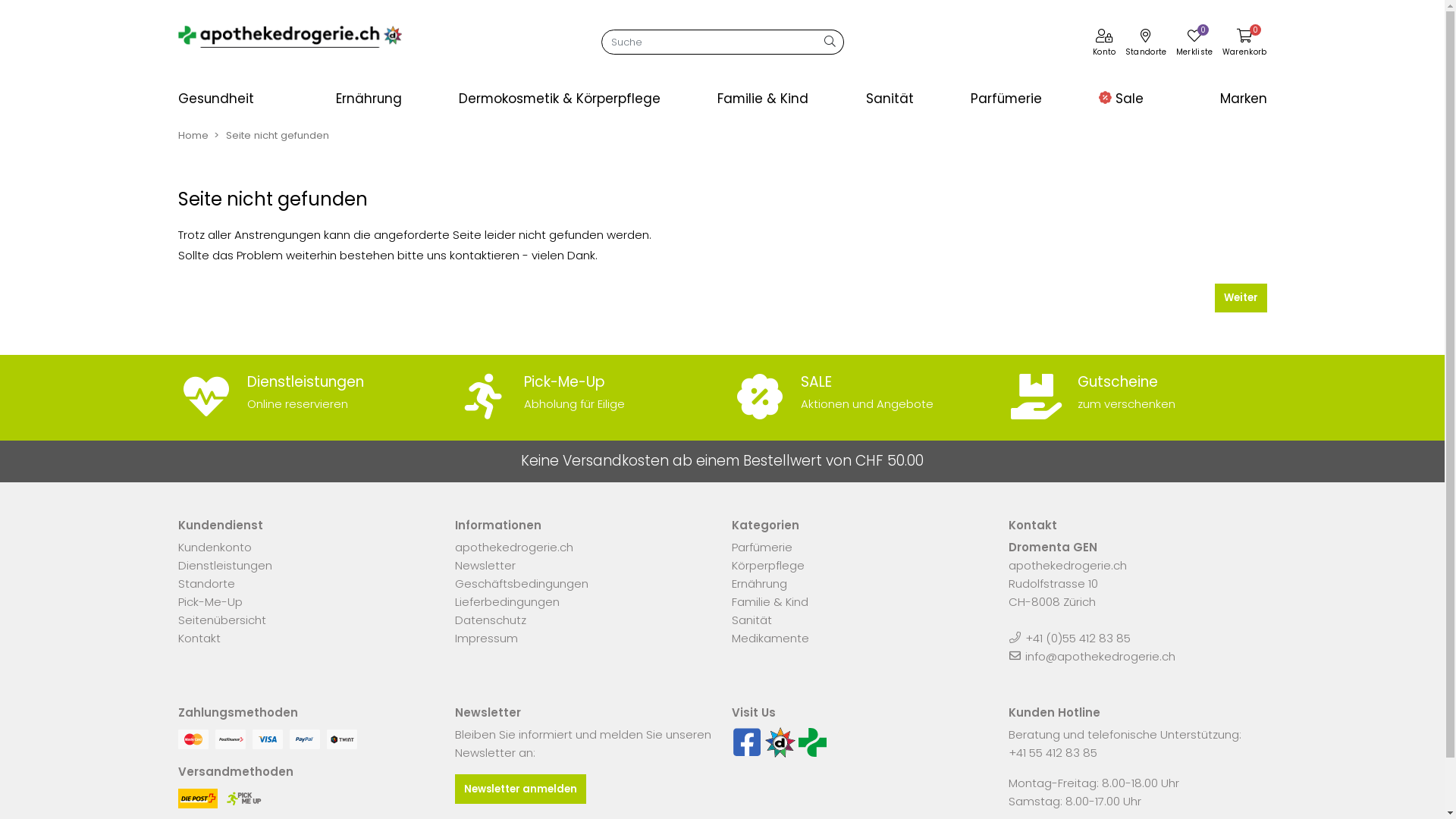 The image size is (1456, 819). What do you see at coordinates (205, 582) in the screenshot?
I see `'Standorte'` at bounding box center [205, 582].